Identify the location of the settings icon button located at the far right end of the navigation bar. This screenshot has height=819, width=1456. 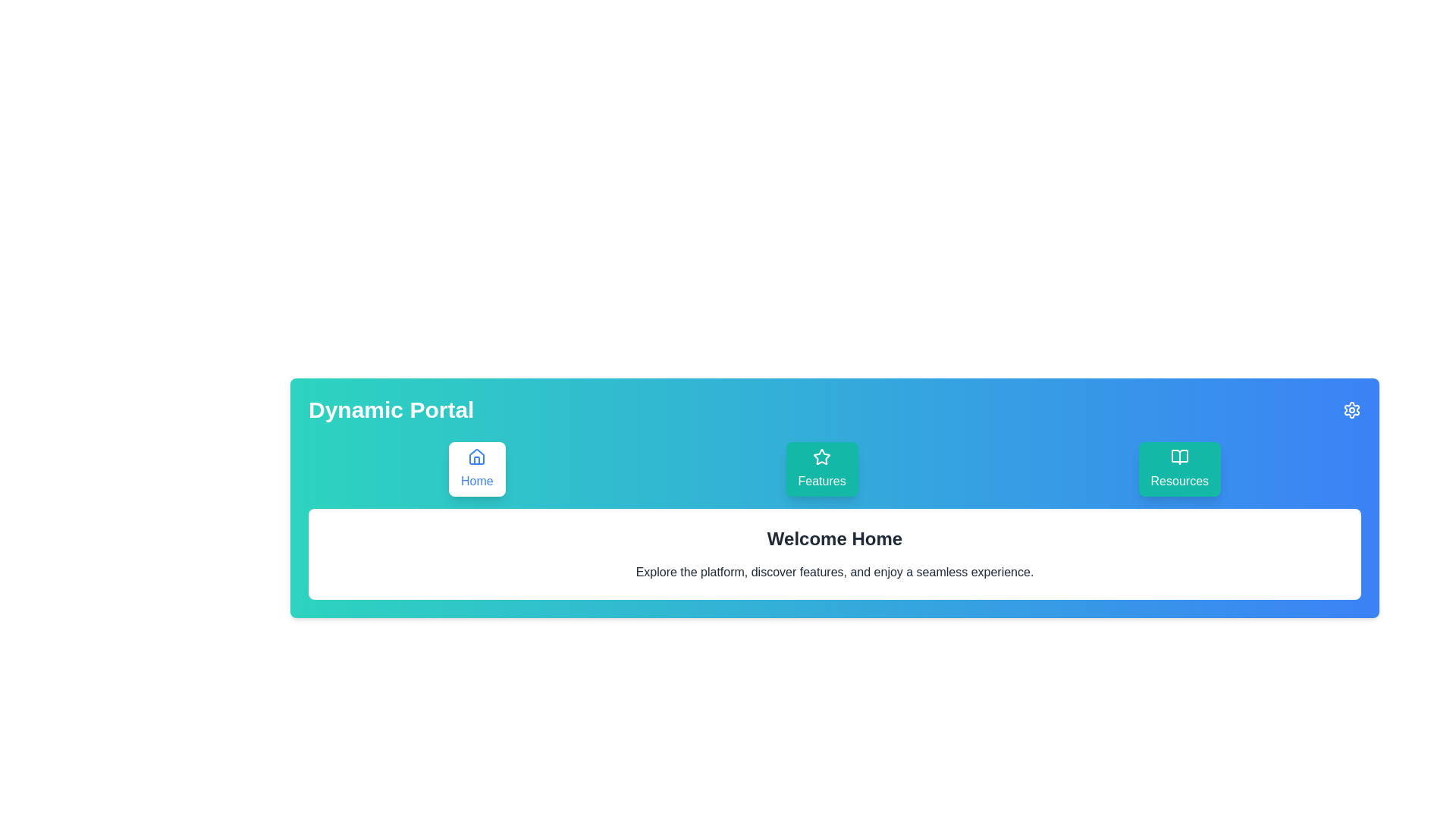
(1351, 409).